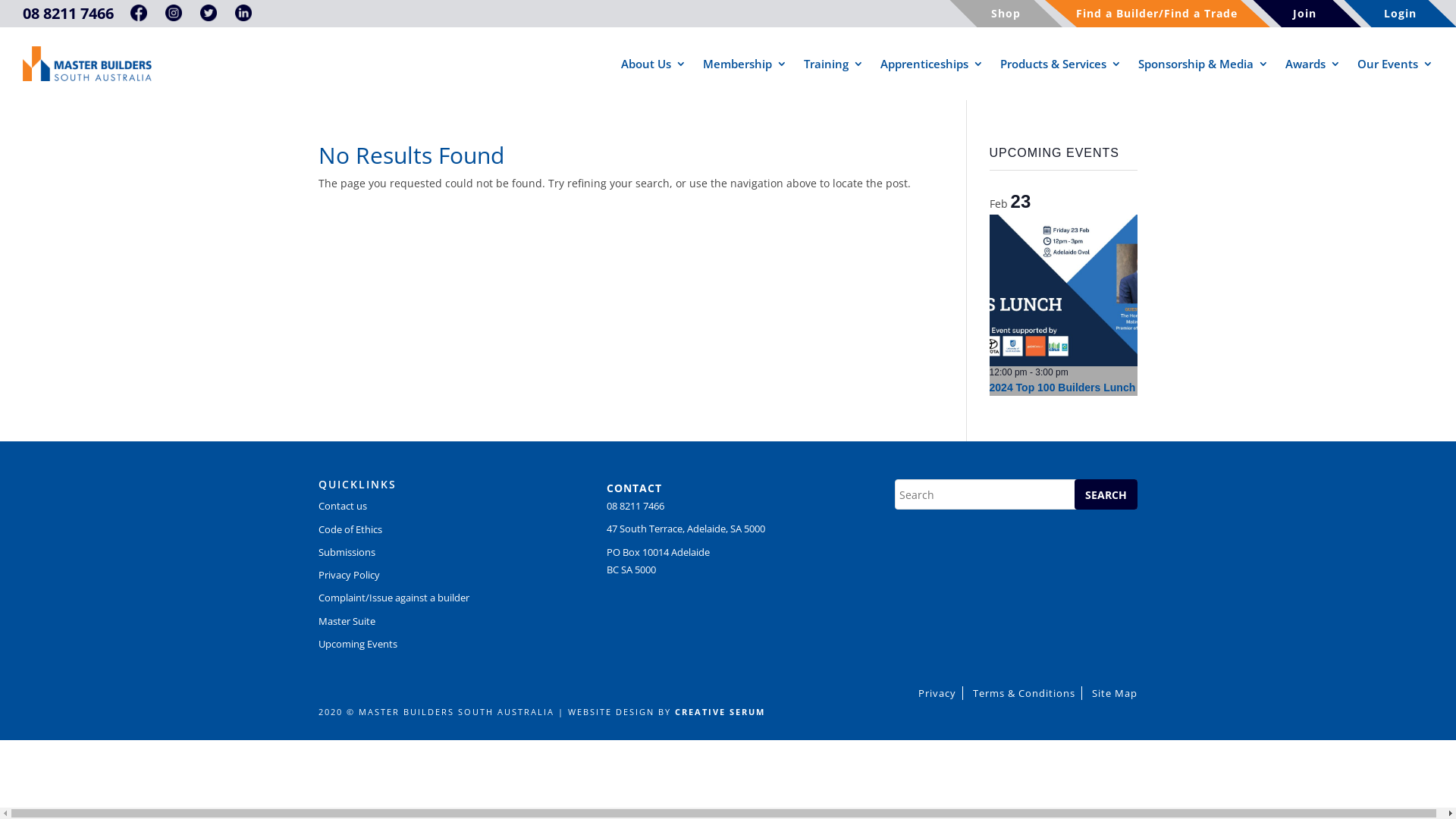  What do you see at coordinates (930, 63) in the screenshot?
I see `'Apprenticeships'` at bounding box center [930, 63].